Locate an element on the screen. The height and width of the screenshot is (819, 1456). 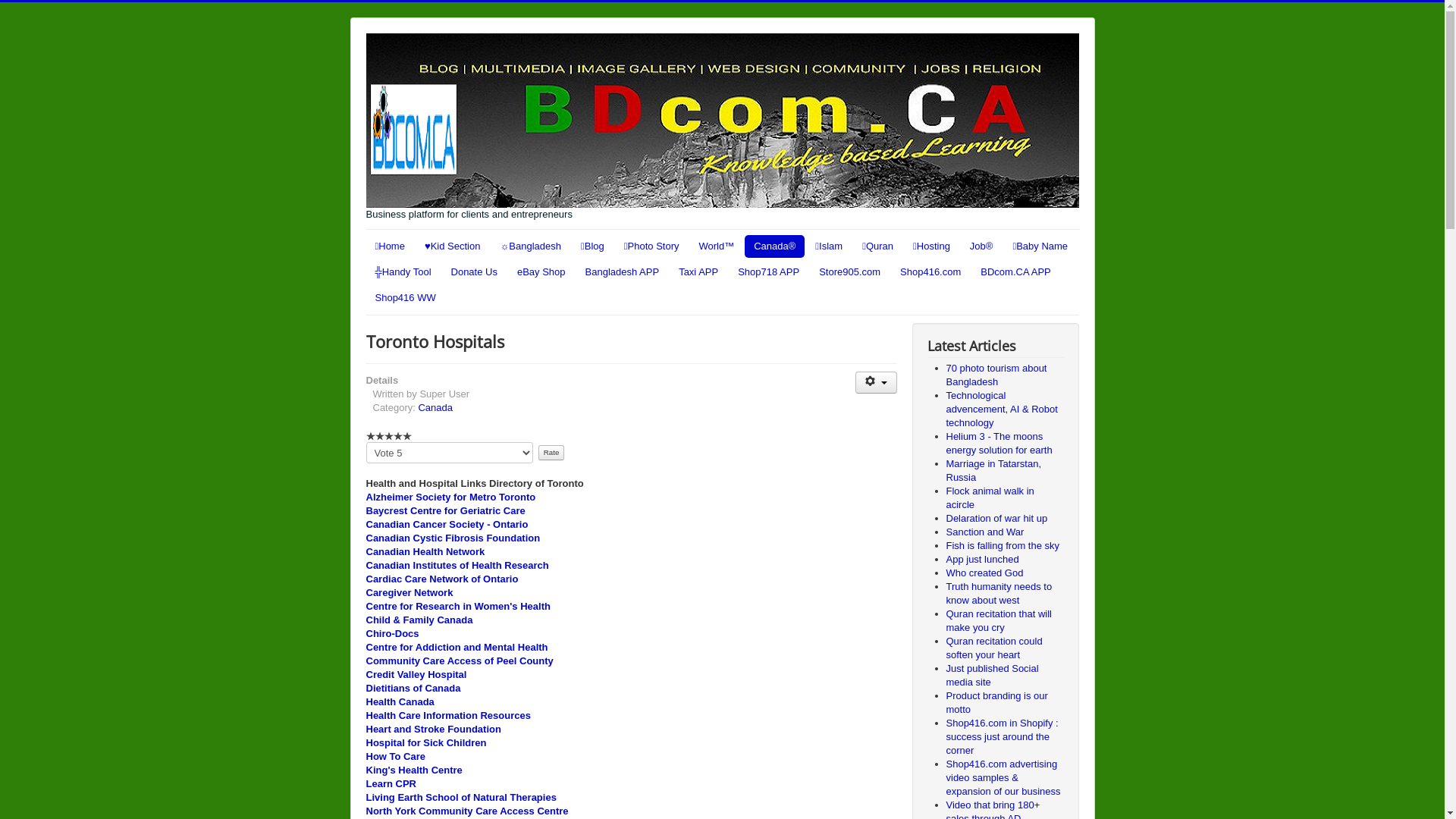
'Dietitians of Canada' is located at coordinates (413, 688).